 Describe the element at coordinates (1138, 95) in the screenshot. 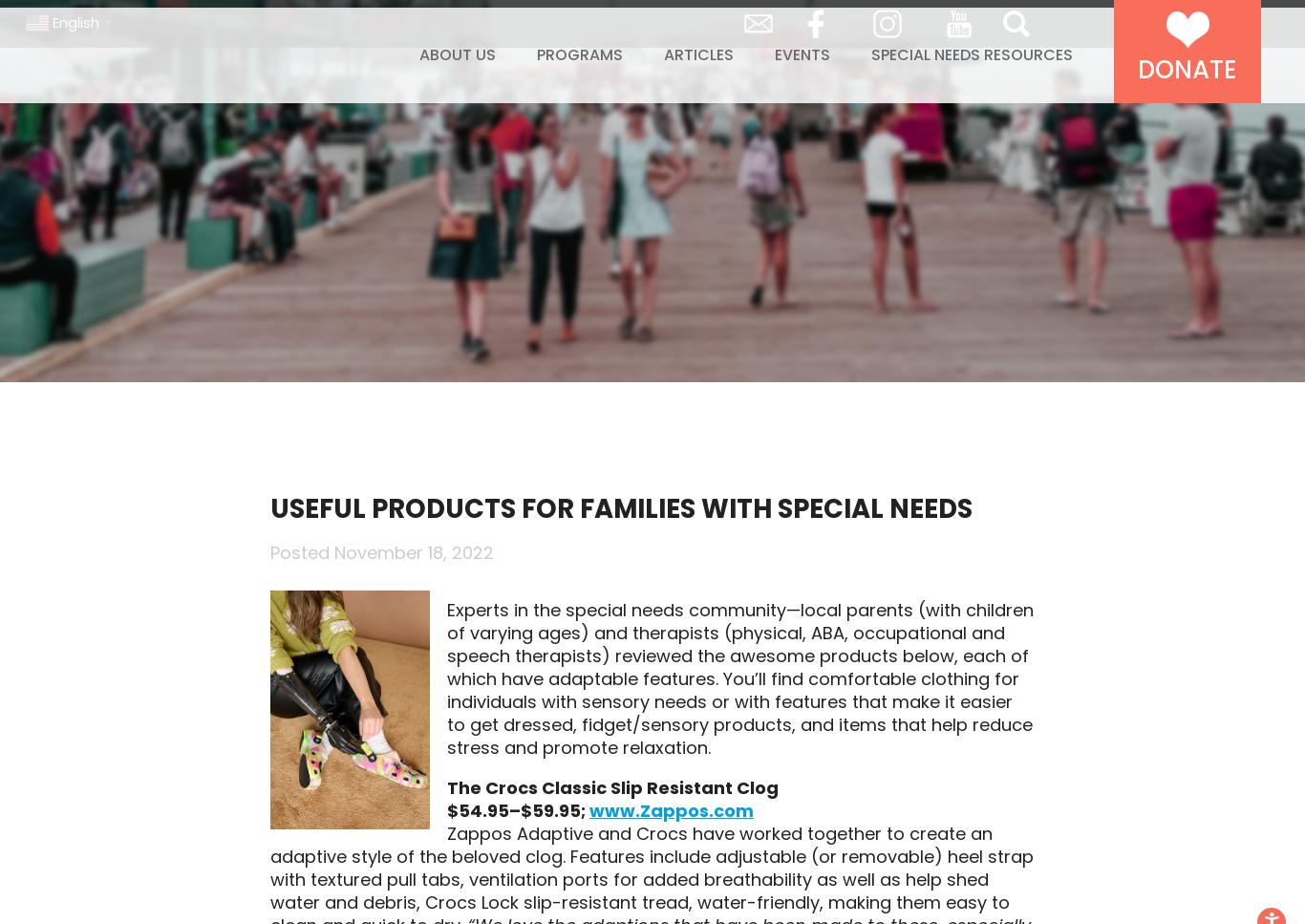

I see `'Donate'` at that location.